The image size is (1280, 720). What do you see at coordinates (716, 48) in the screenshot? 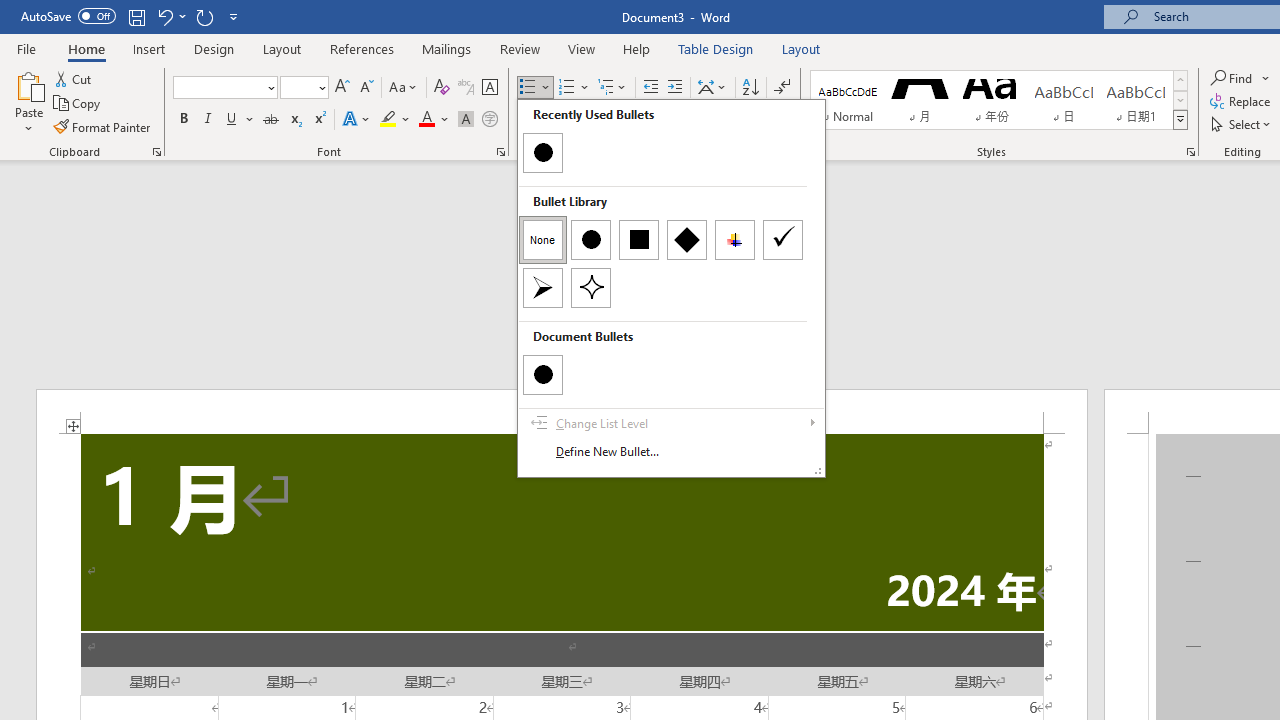
I see `'Table Design'` at bounding box center [716, 48].